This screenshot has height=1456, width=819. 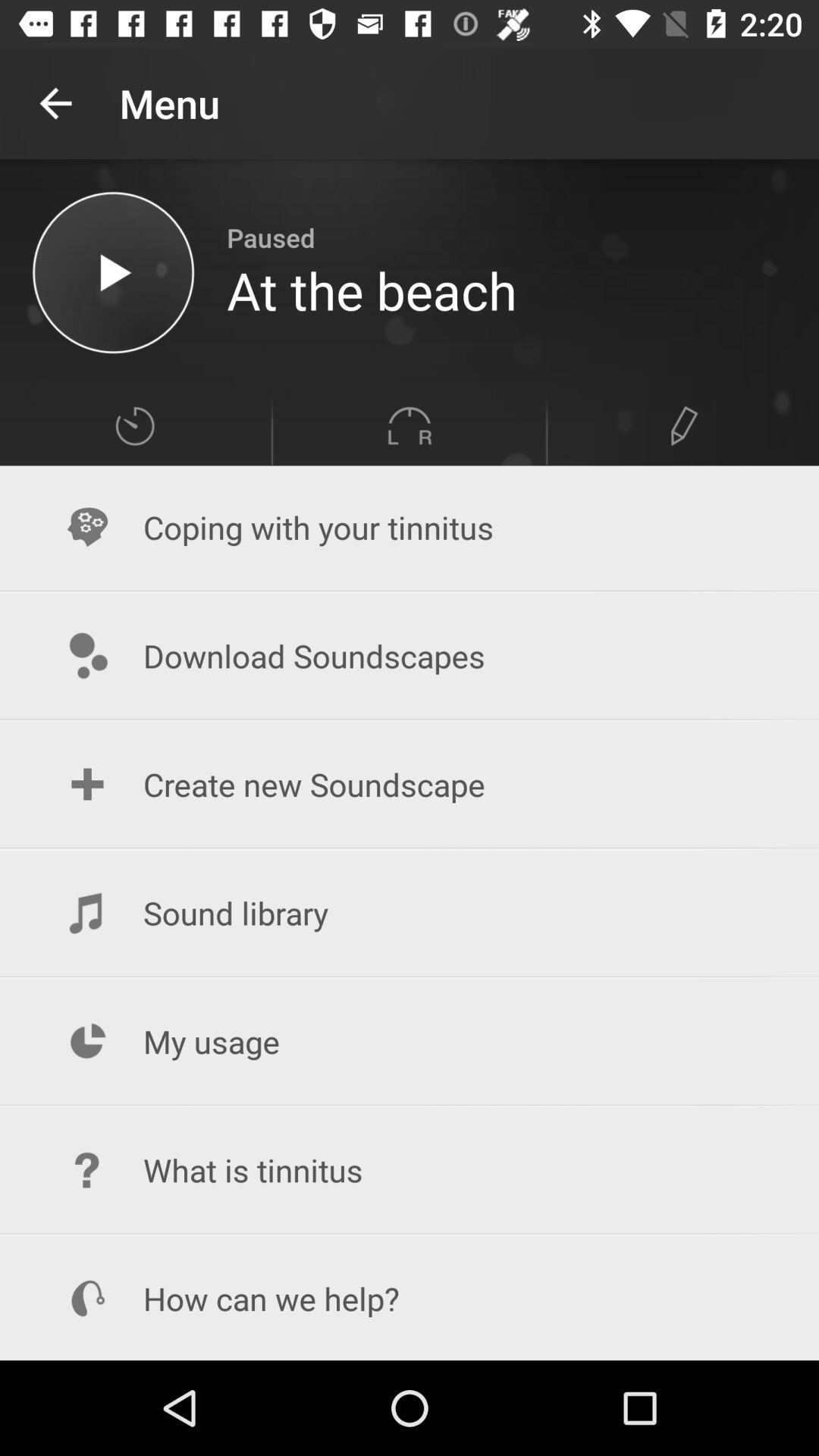 I want to click on the icon below sound library icon, so click(x=409, y=1040).